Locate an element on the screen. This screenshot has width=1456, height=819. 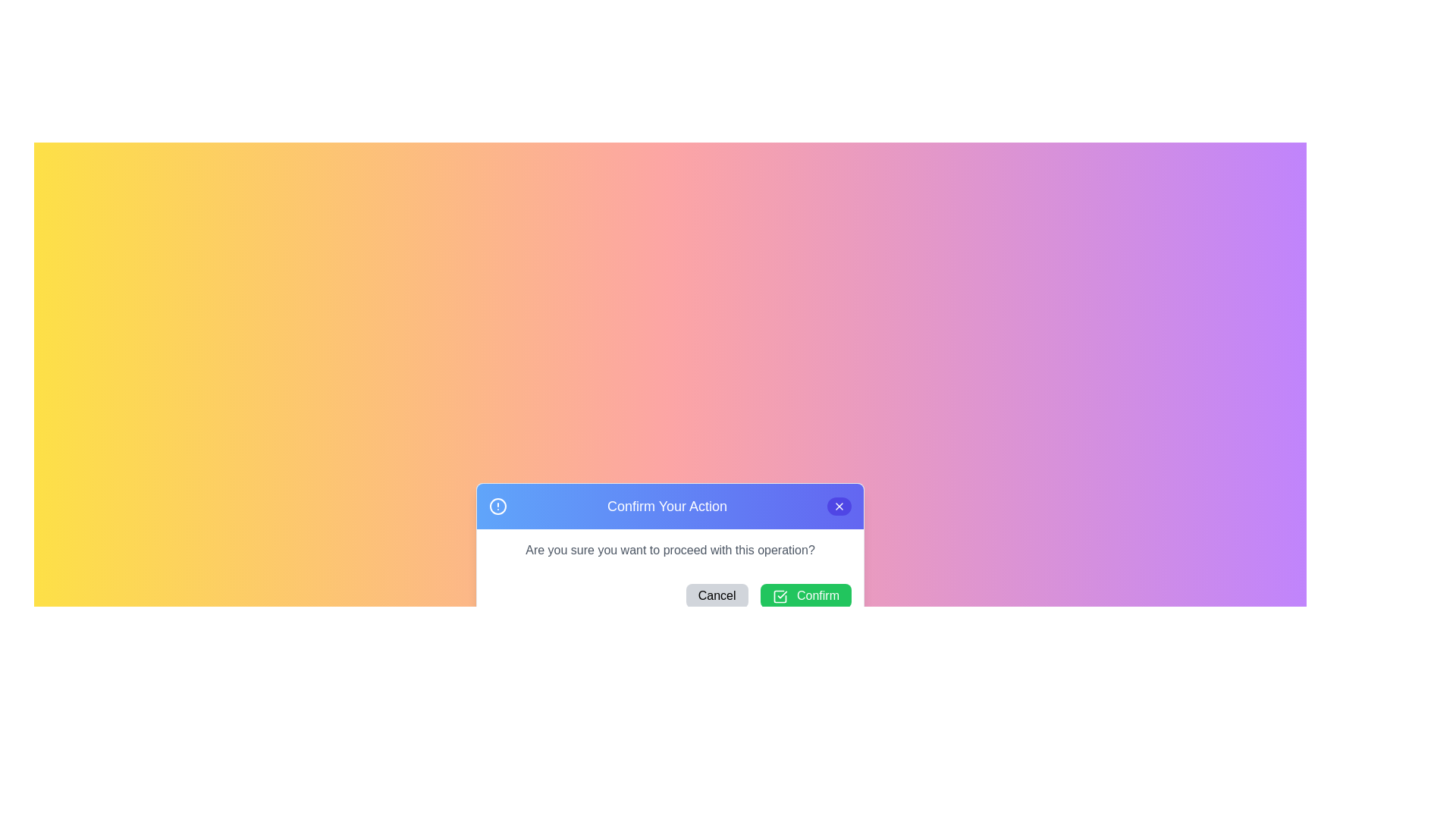
the alert or notification icon located in the top-left section of the modal, aligned with the 'Confirm Your Action' text is located at coordinates (498, 506).